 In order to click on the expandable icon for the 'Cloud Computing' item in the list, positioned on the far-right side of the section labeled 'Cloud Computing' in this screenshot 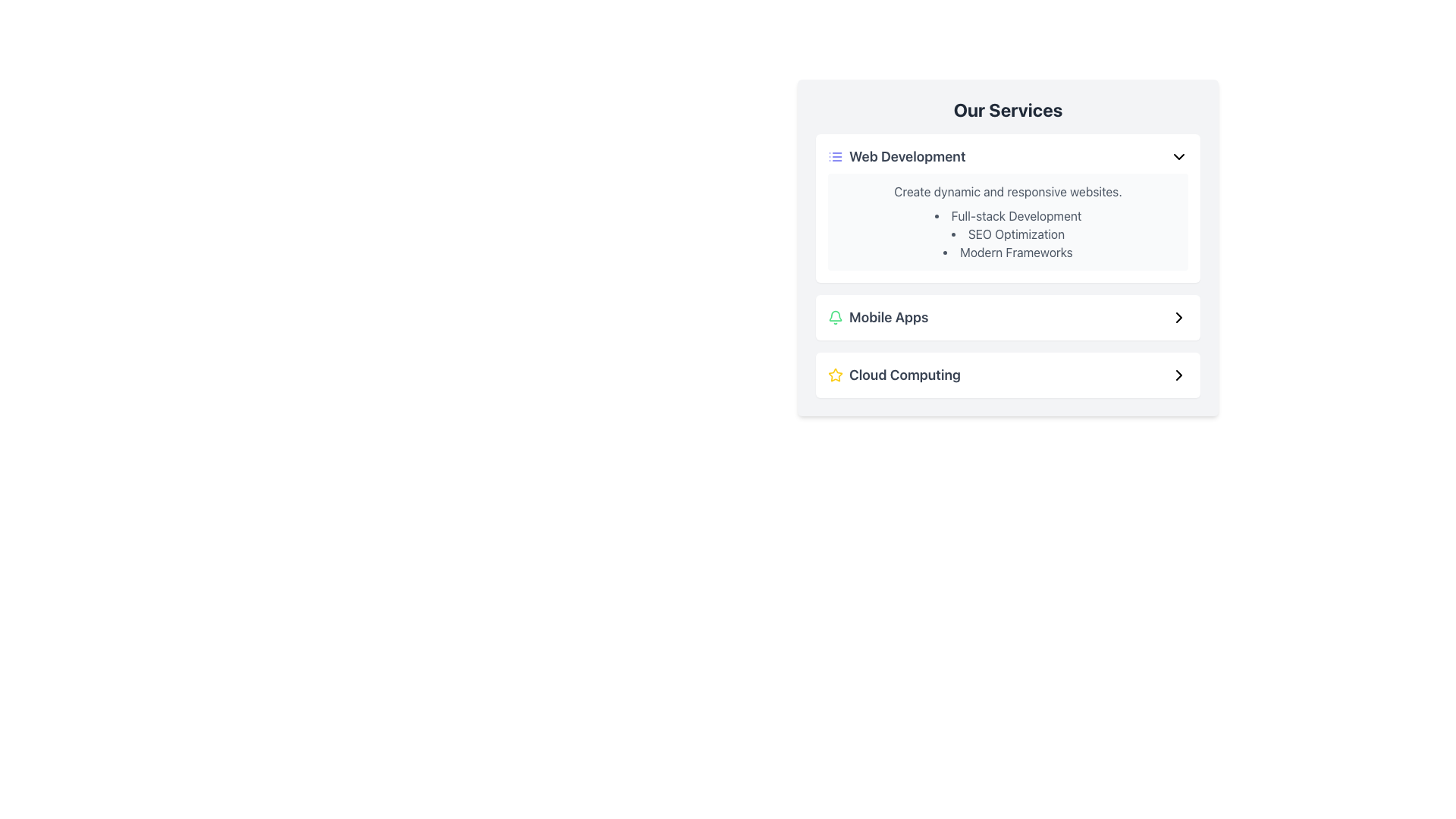, I will do `click(1178, 375)`.